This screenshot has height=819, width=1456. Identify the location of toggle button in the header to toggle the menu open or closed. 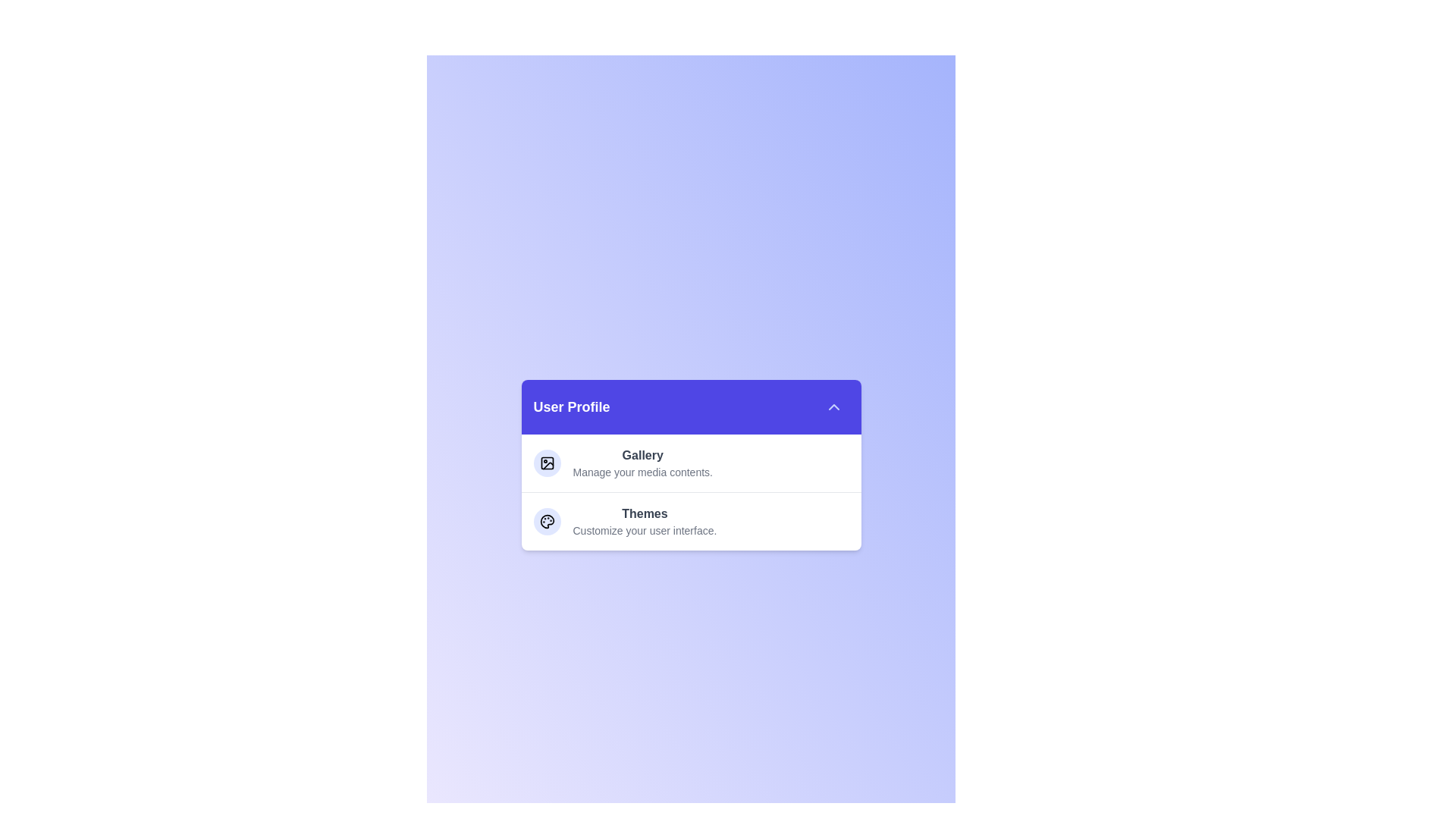
(833, 406).